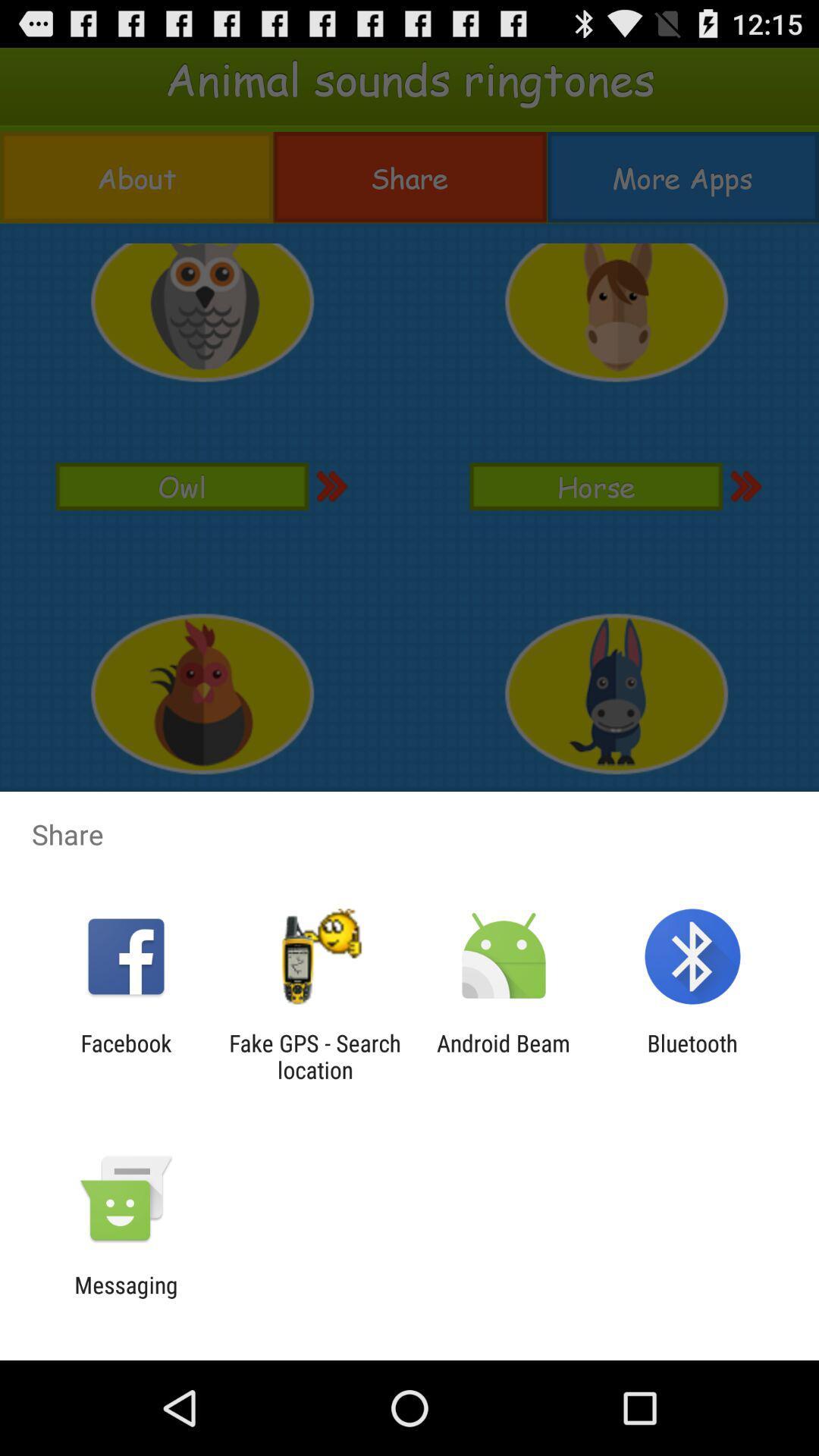 This screenshot has height=1456, width=819. I want to click on icon next to the android beam, so click(692, 1056).